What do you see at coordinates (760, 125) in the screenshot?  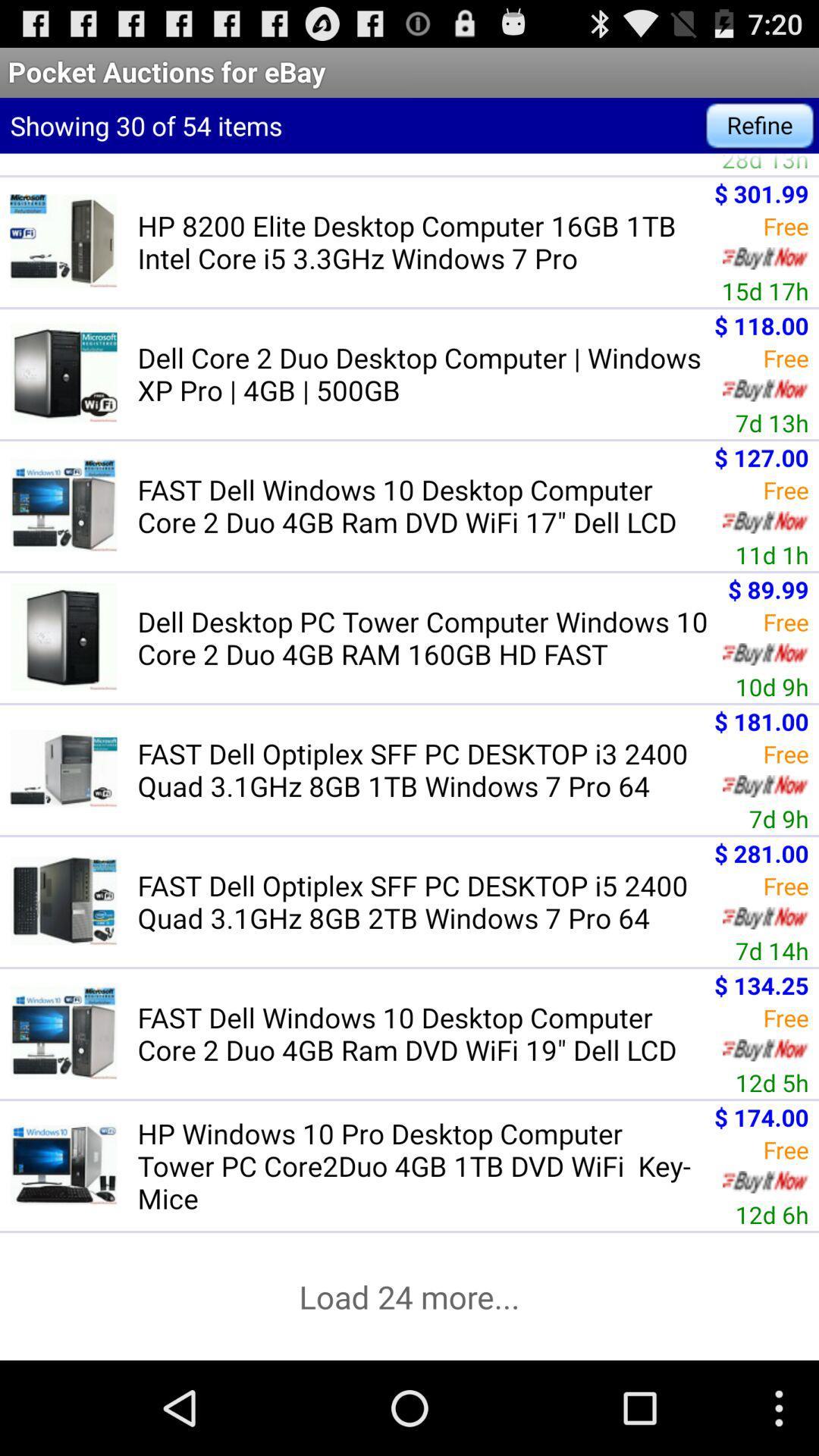 I see `the icon above the hp elite 8200` at bounding box center [760, 125].